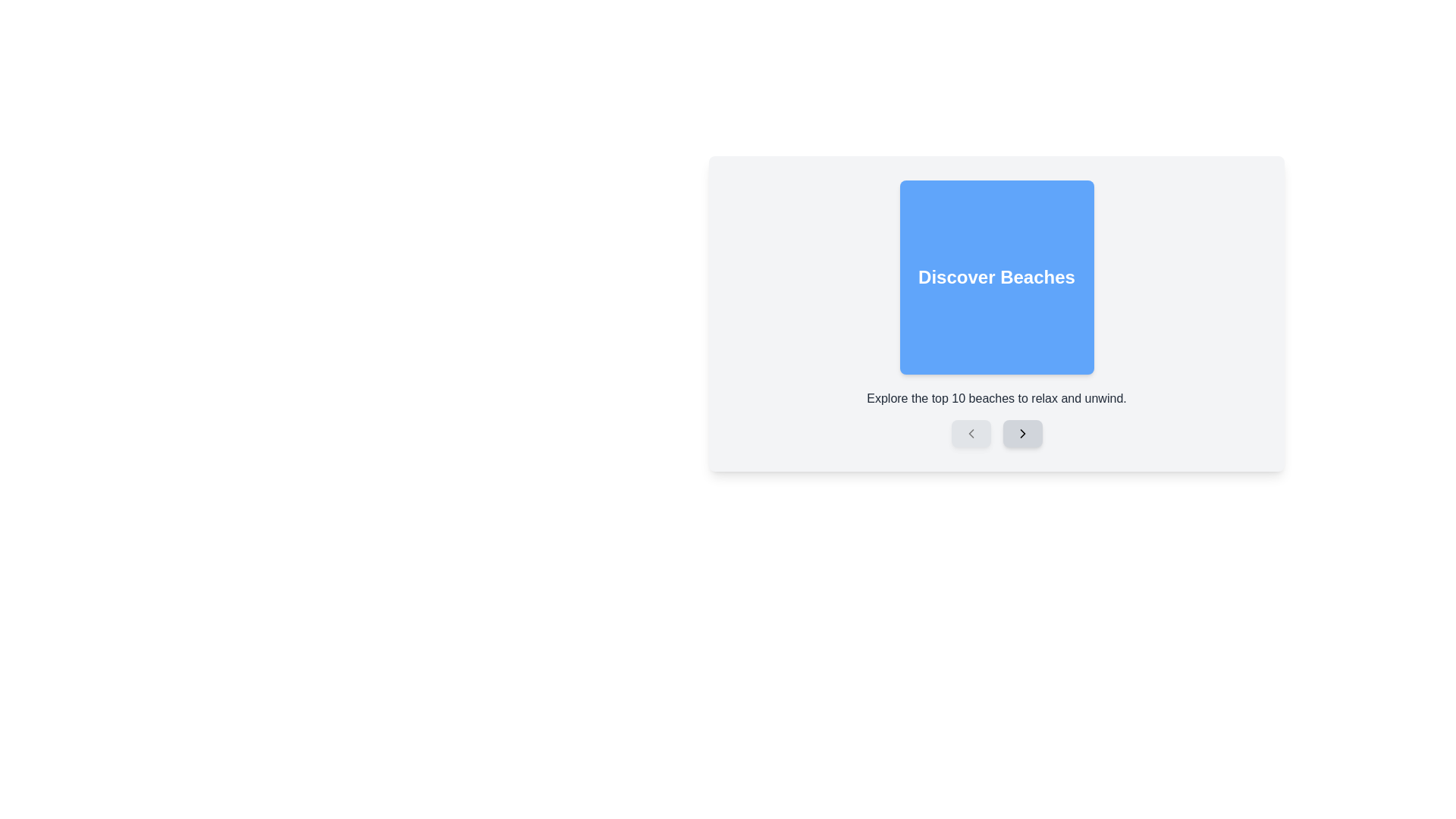 The height and width of the screenshot is (819, 1456). What do you see at coordinates (971, 433) in the screenshot?
I see `the leftmost button located in the bottom-left area of the blue card titled 'Discover Beaches'` at bounding box center [971, 433].